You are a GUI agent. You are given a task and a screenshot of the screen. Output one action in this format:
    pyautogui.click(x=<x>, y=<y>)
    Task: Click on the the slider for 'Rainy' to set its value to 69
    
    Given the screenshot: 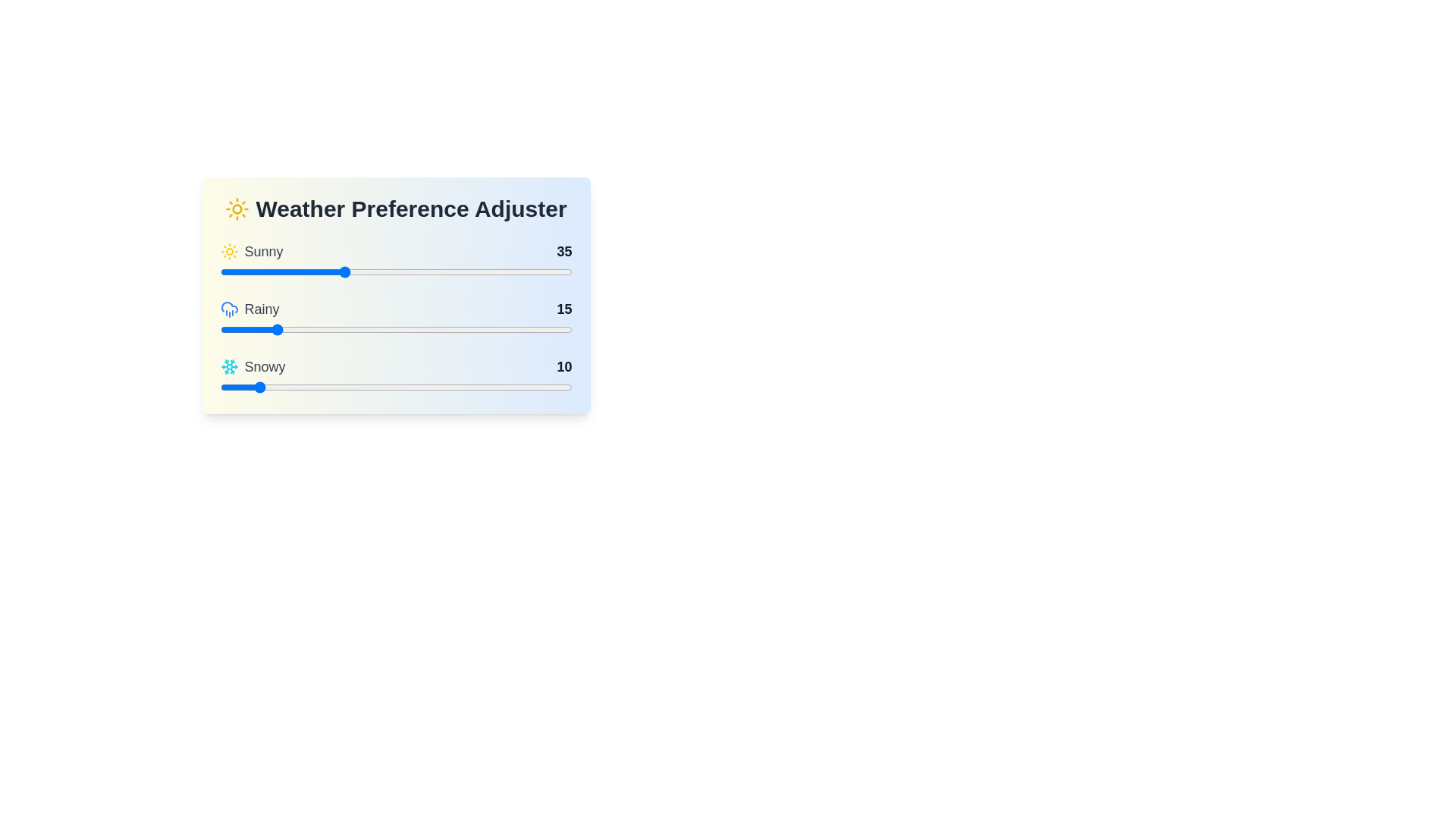 What is the action you would take?
    pyautogui.click(x=462, y=329)
    